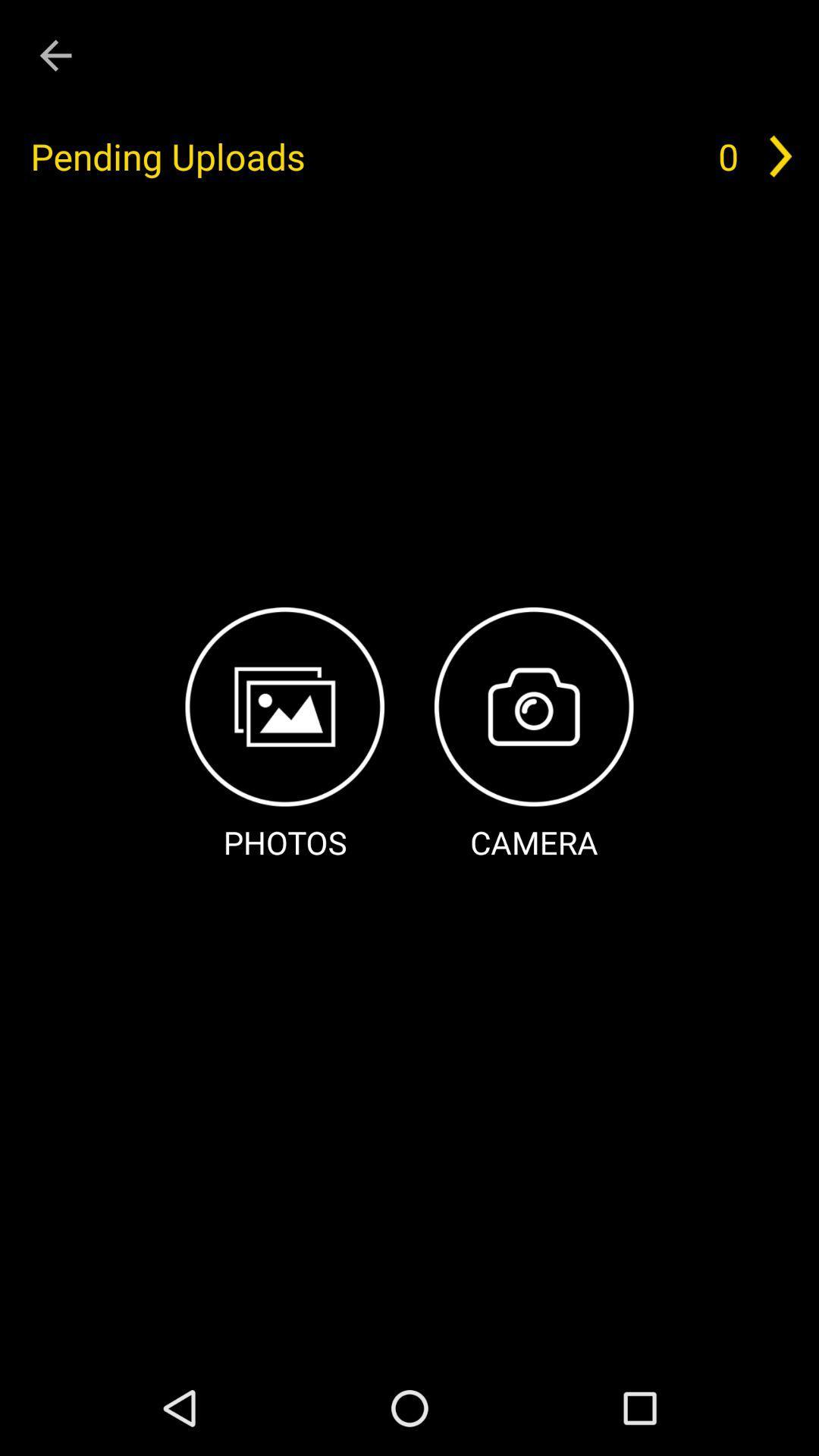 Image resolution: width=819 pixels, height=1456 pixels. Describe the element at coordinates (533, 736) in the screenshot. I see `the camera item` at that location.